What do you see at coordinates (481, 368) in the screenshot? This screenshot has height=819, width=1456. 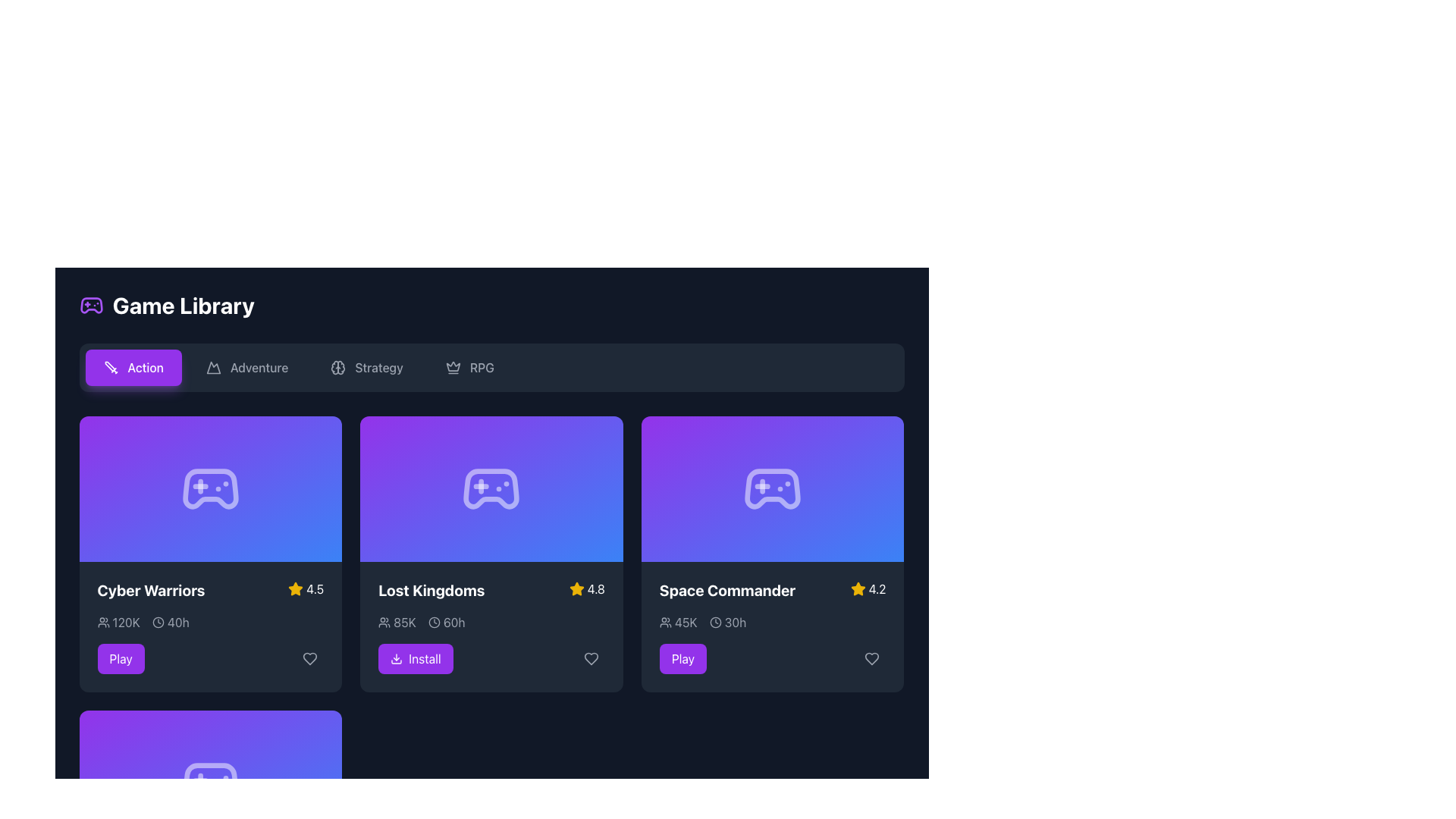 I see `the 'RPG' text label, which is styled in a medium-weight font and displayed in light gray against a dark gray background, located at the top of the interface as the last item in the category selector bar` at bounding box center [481, 368].